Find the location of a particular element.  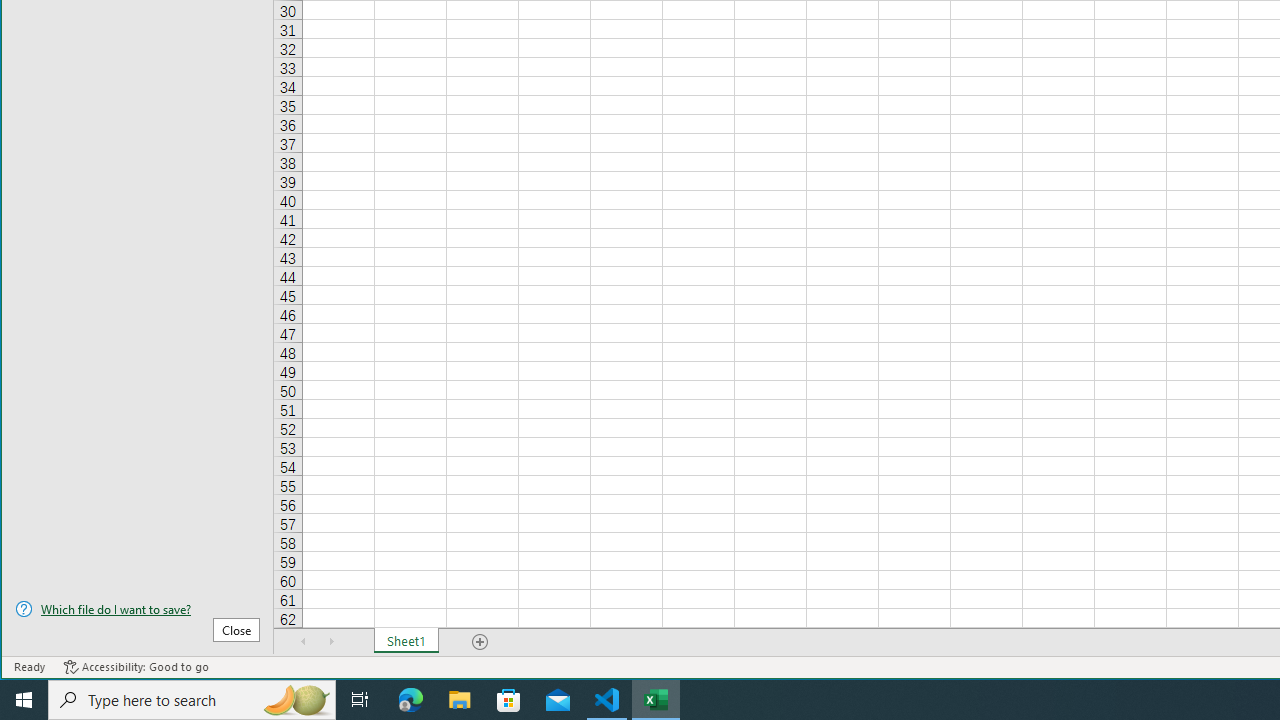

'Excel - 1 running window' is located at coordinates (656, 698).